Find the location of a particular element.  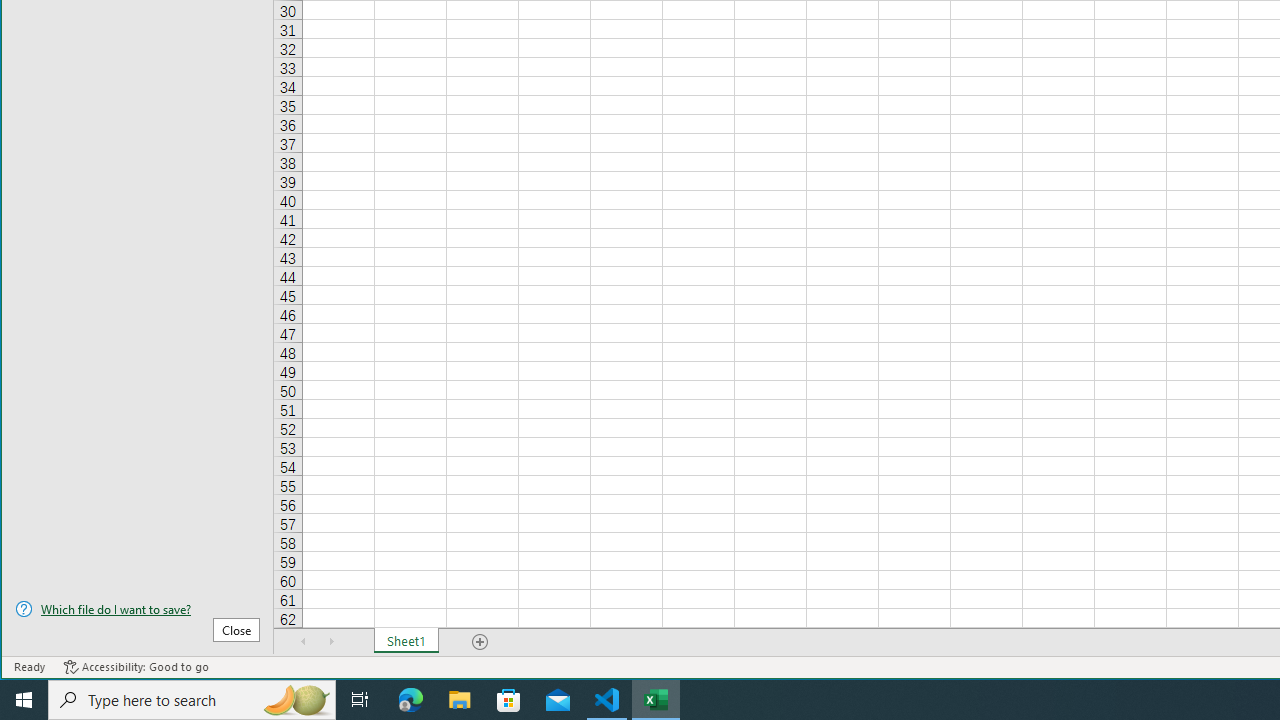

'Excel - 1 running window' is located at coordinates (656, 698).